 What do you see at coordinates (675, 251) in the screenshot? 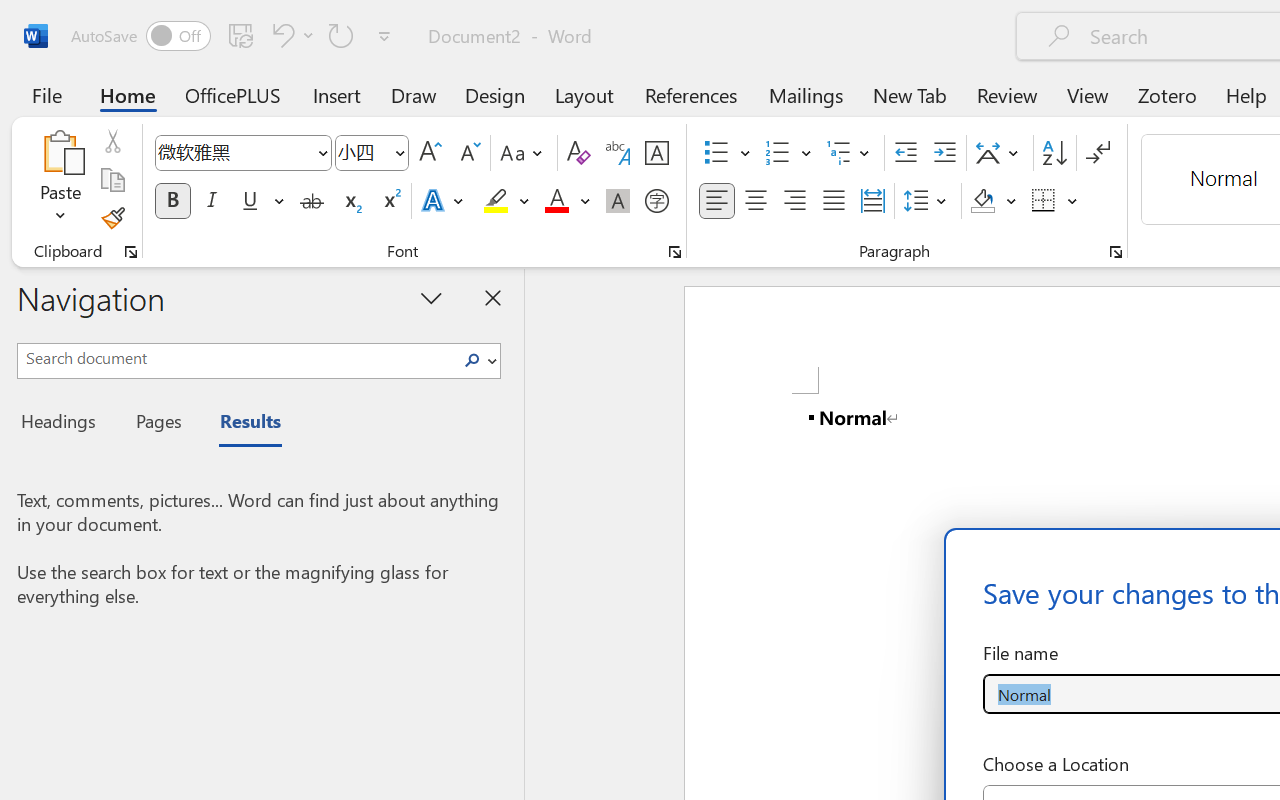
I see `'Font...'` at bounding box center [675, 251].